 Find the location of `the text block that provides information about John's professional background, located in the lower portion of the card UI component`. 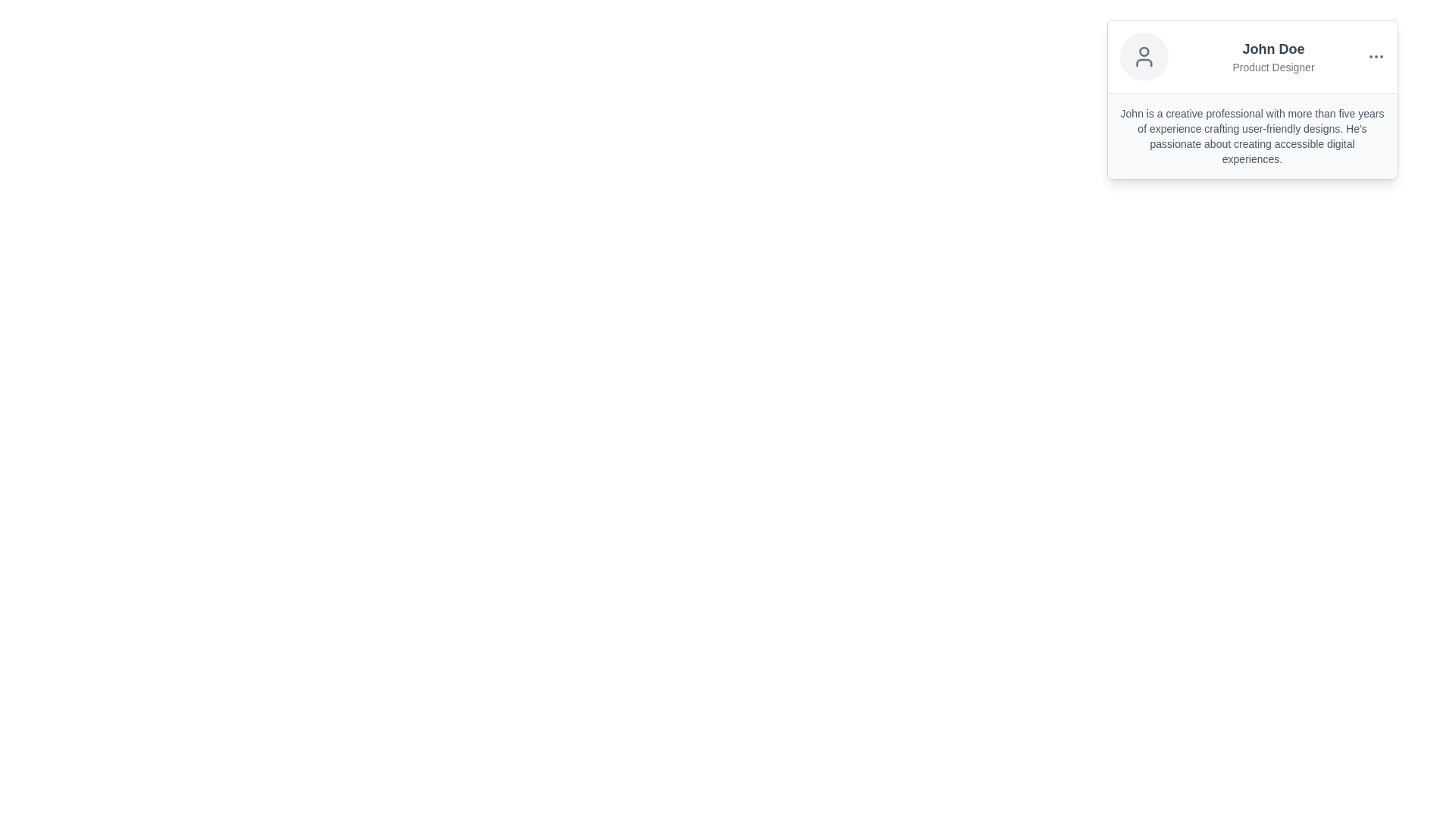

the text block that provides information about John's professional background, located in the lower portion of the card UI component is located at coordinates (1252, 135).